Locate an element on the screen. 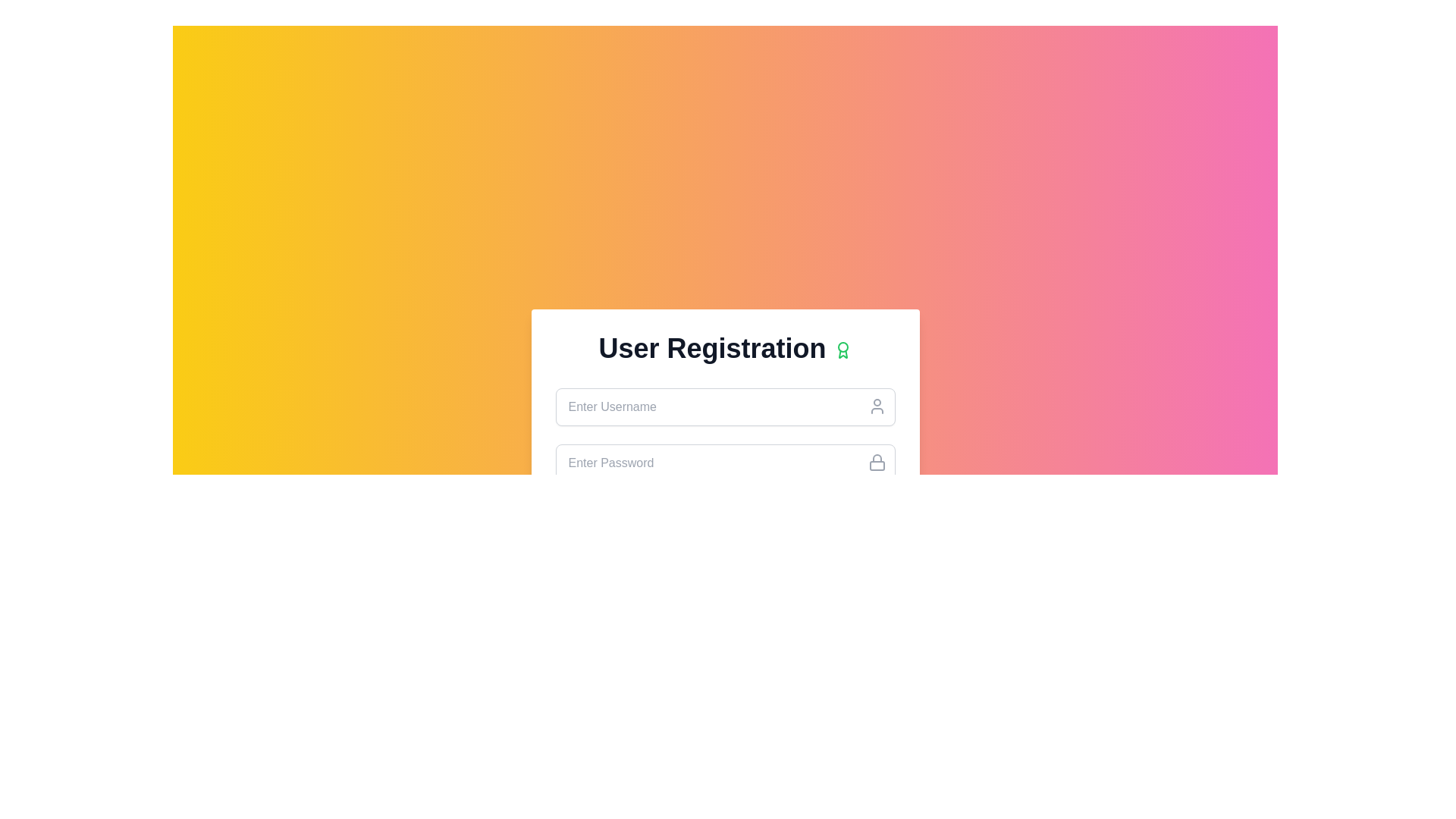  the award medallion icon, which is green in color and located to the right of the 'User Registration' title in the header section is located at coordinates (842, 350).